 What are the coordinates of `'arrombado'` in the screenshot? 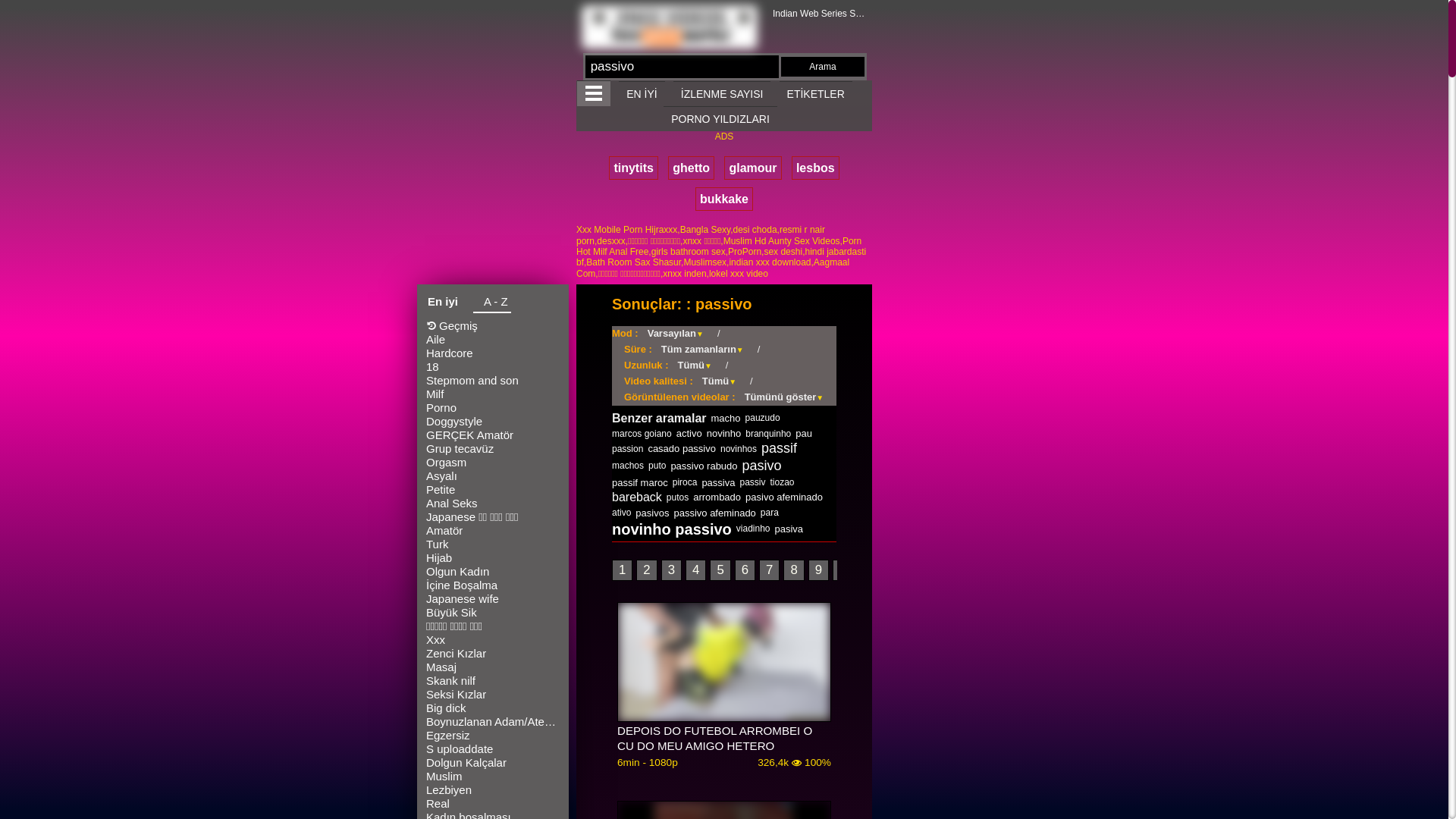 It's located at (716, 497).